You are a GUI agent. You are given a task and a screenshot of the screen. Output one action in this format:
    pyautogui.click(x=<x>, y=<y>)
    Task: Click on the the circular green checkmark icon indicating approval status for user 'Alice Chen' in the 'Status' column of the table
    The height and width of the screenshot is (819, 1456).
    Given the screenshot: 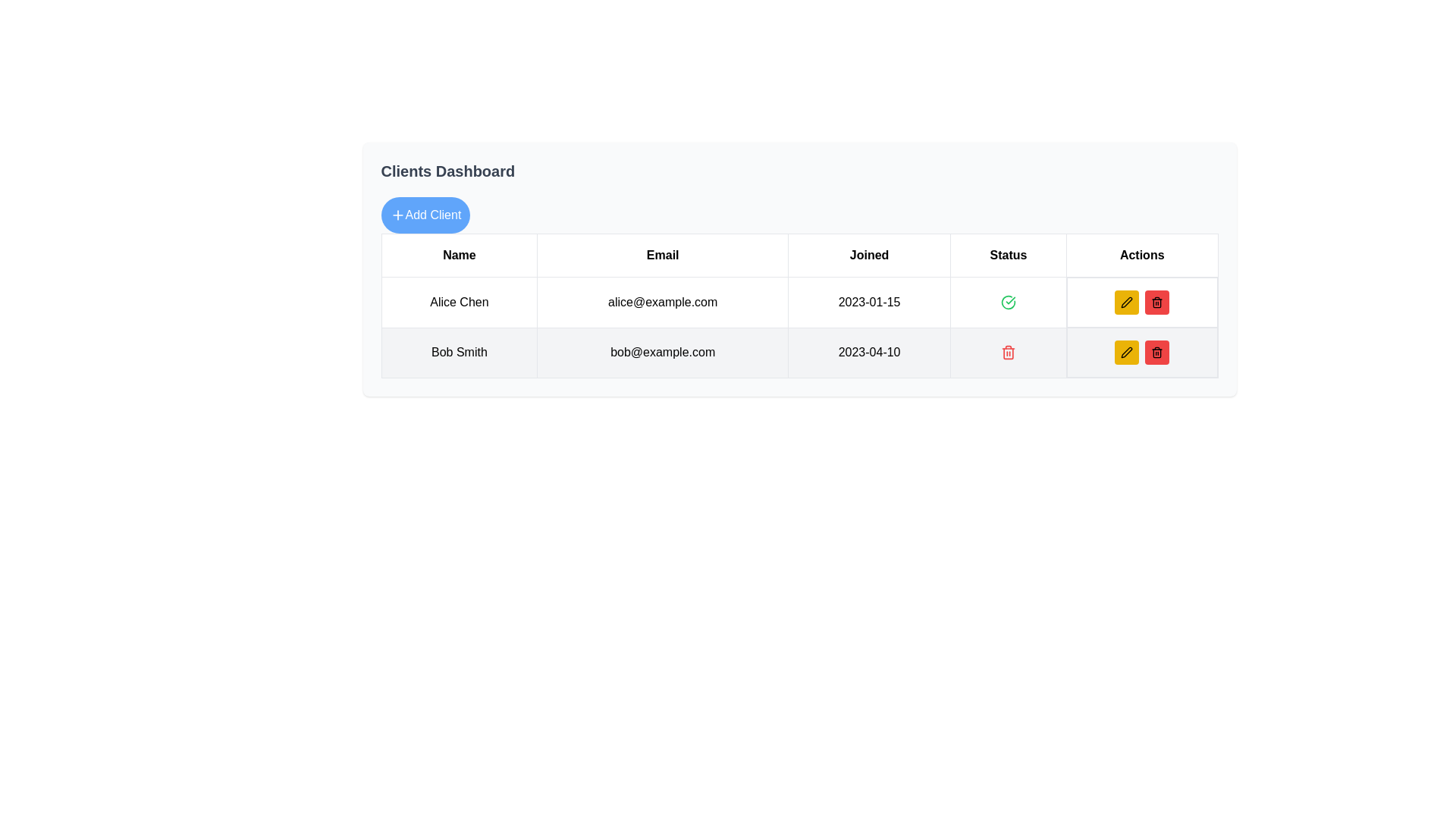 What is the action you would take?
    pyautogui.click(x=1008, y=302)
    